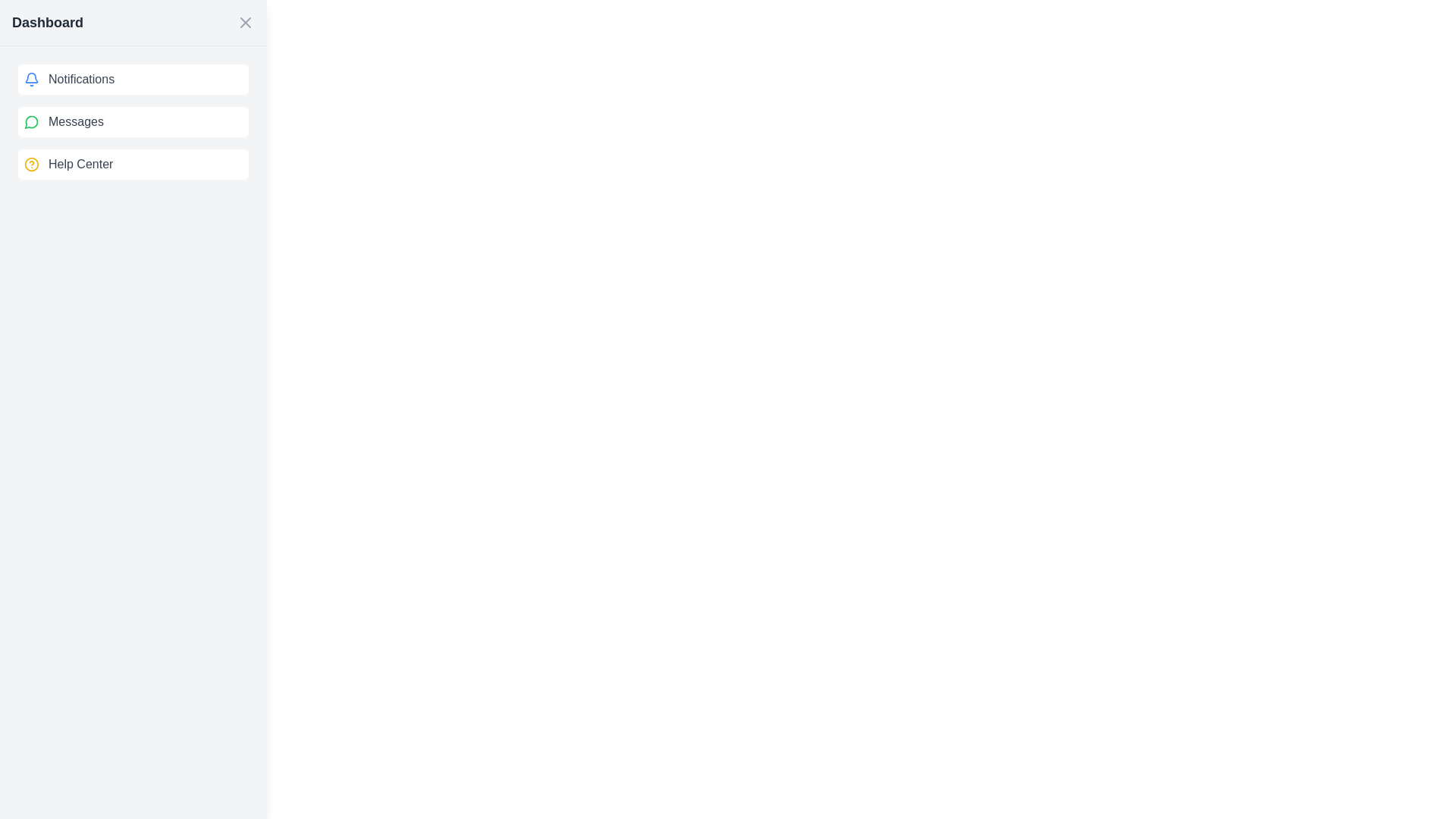  Describe the element at coordinates (133, 121) in the screenshot. I see `the second item in the sidebar menu that links to the Messages section` at that location.